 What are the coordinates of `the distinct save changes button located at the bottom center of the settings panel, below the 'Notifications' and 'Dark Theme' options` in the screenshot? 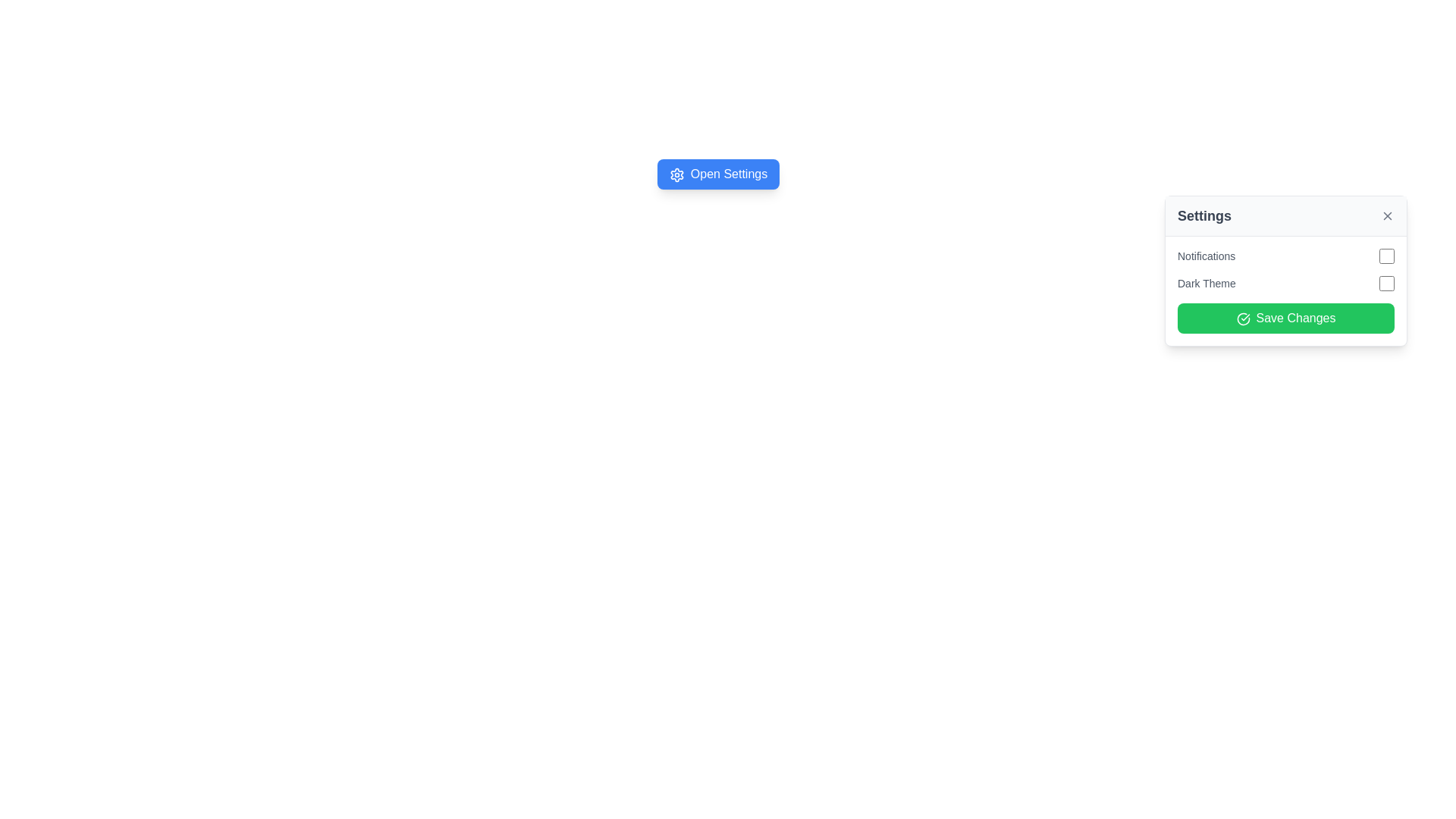 It's located at (1285, 318).